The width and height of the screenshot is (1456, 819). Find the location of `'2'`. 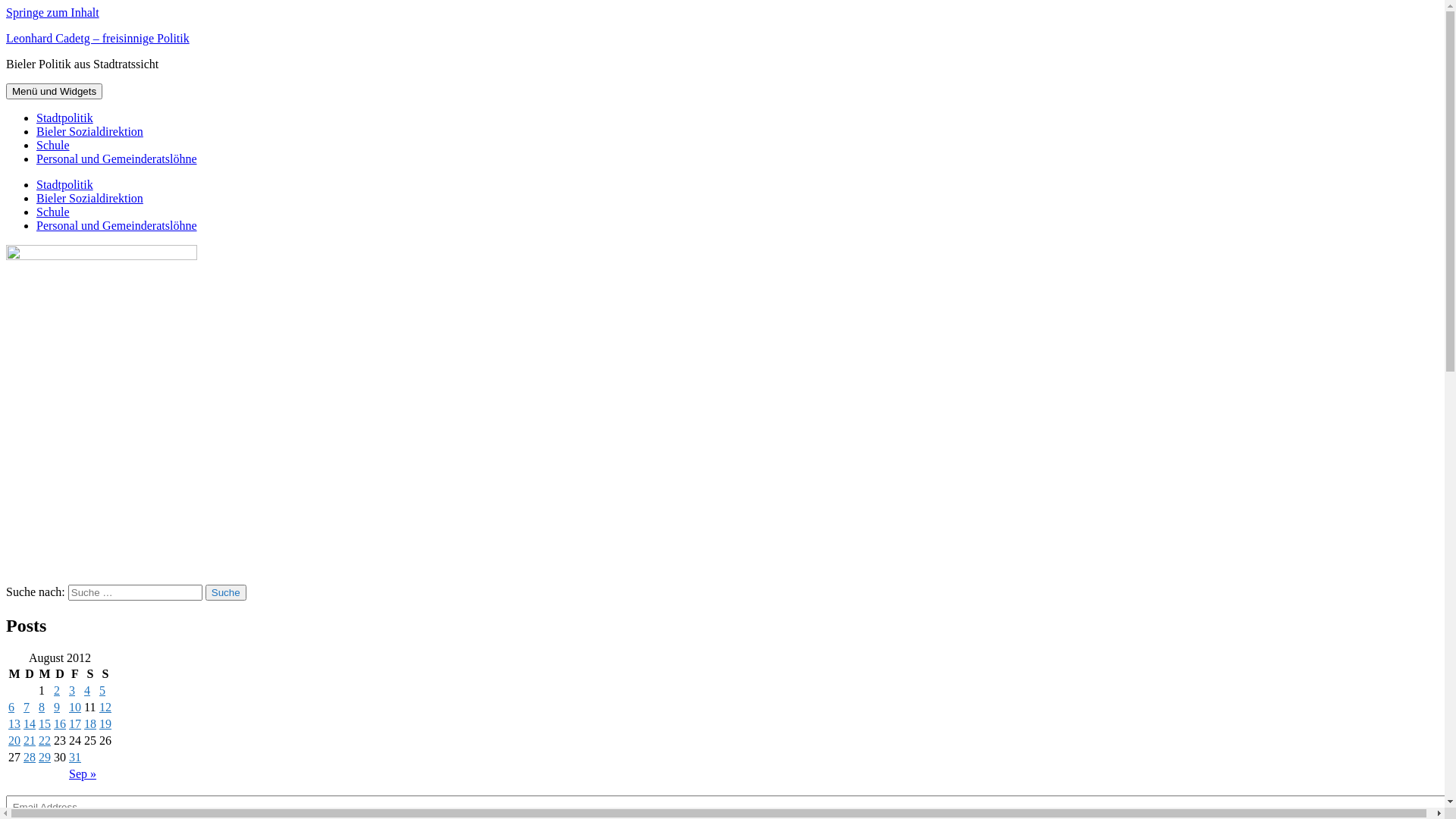

'2' is located at coordinates (54, 690).